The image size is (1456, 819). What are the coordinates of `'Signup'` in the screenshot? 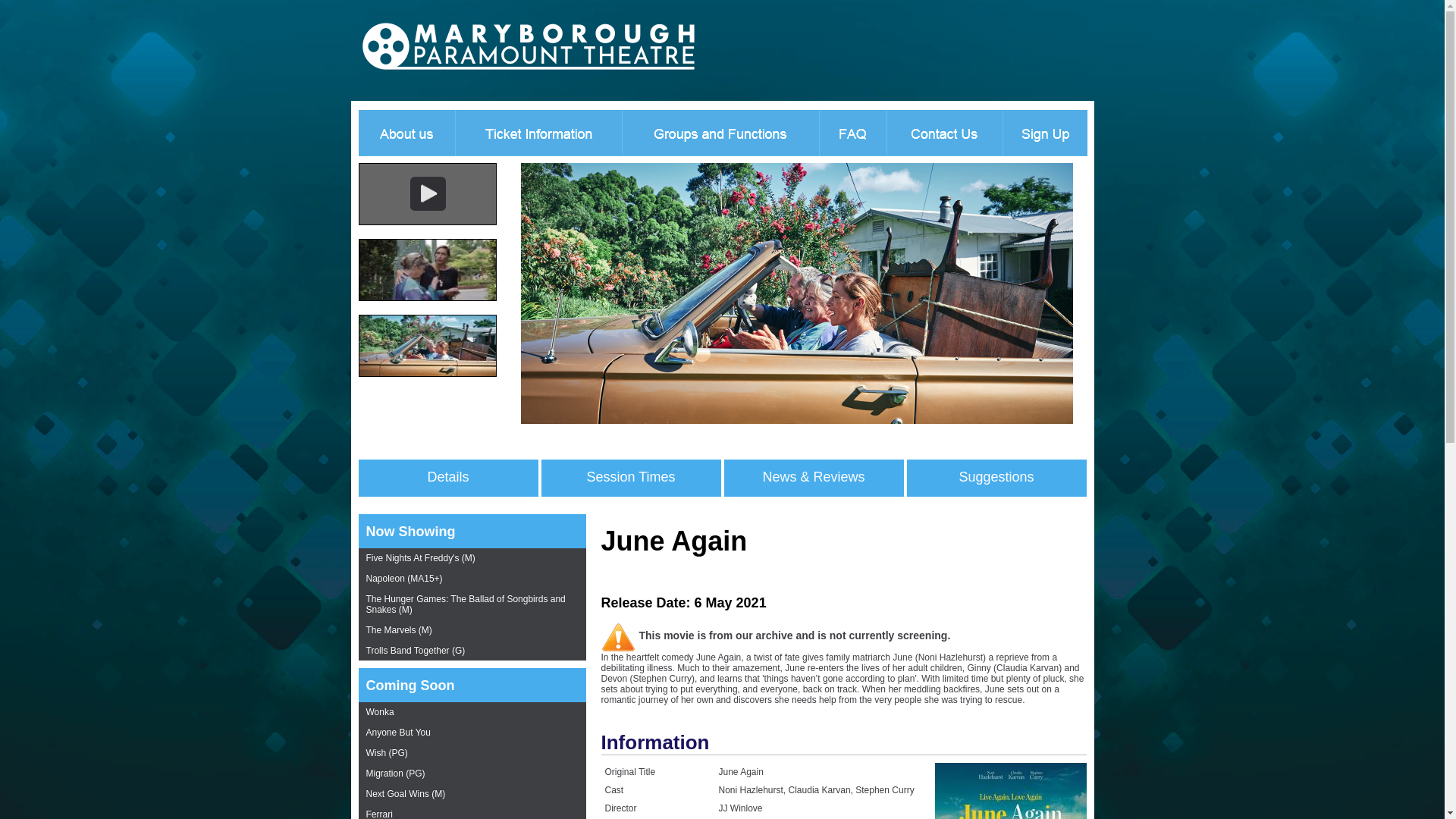 It's located at (1002, 130).